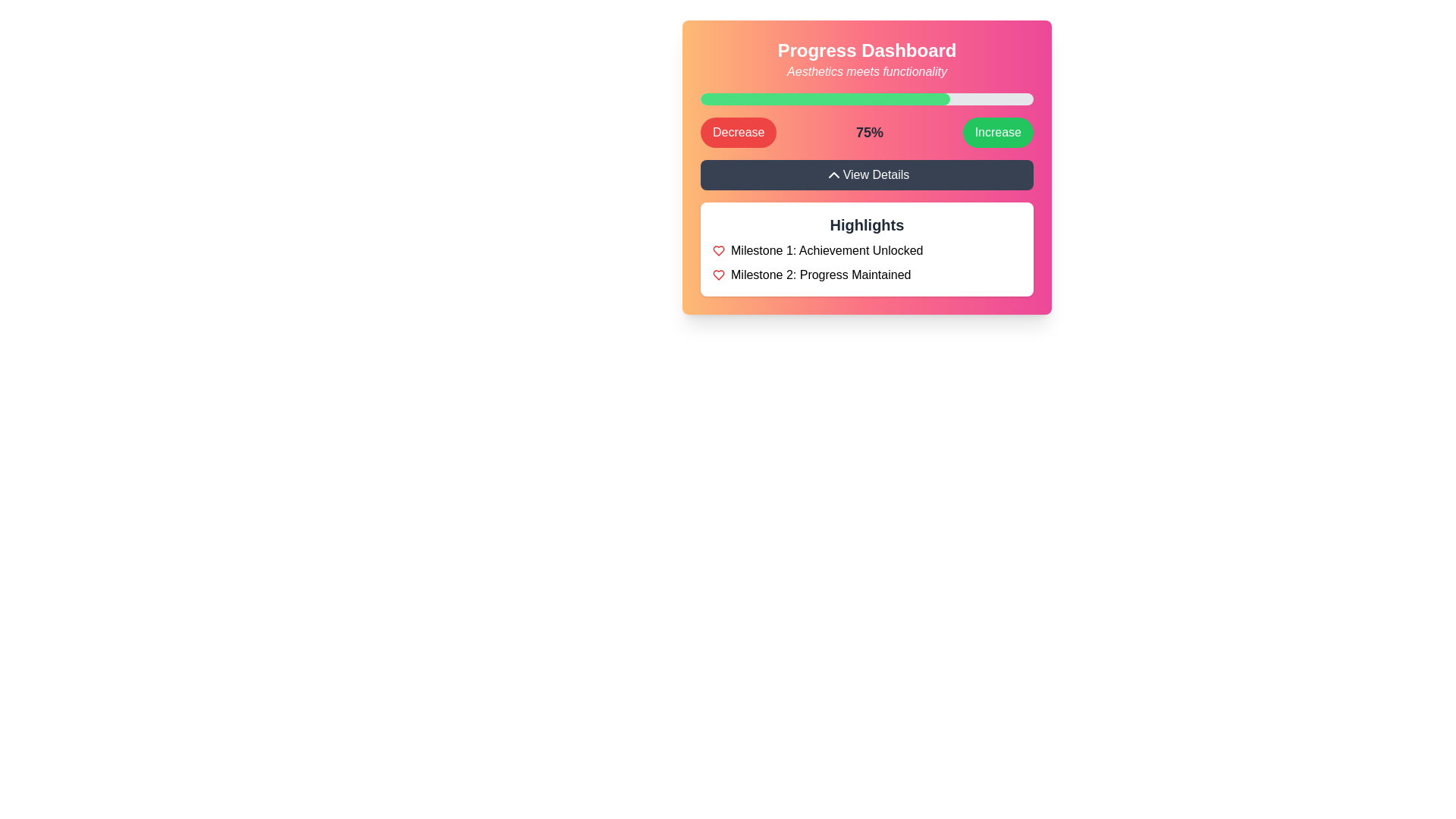 This screenshot has width=1456, height=819. Describe the element at coordinates (867, 174) in the screenshot. I see `the rectangular button labeled 'View Details' with a dark gray background and an upward-pointing chevron icon` at that location.